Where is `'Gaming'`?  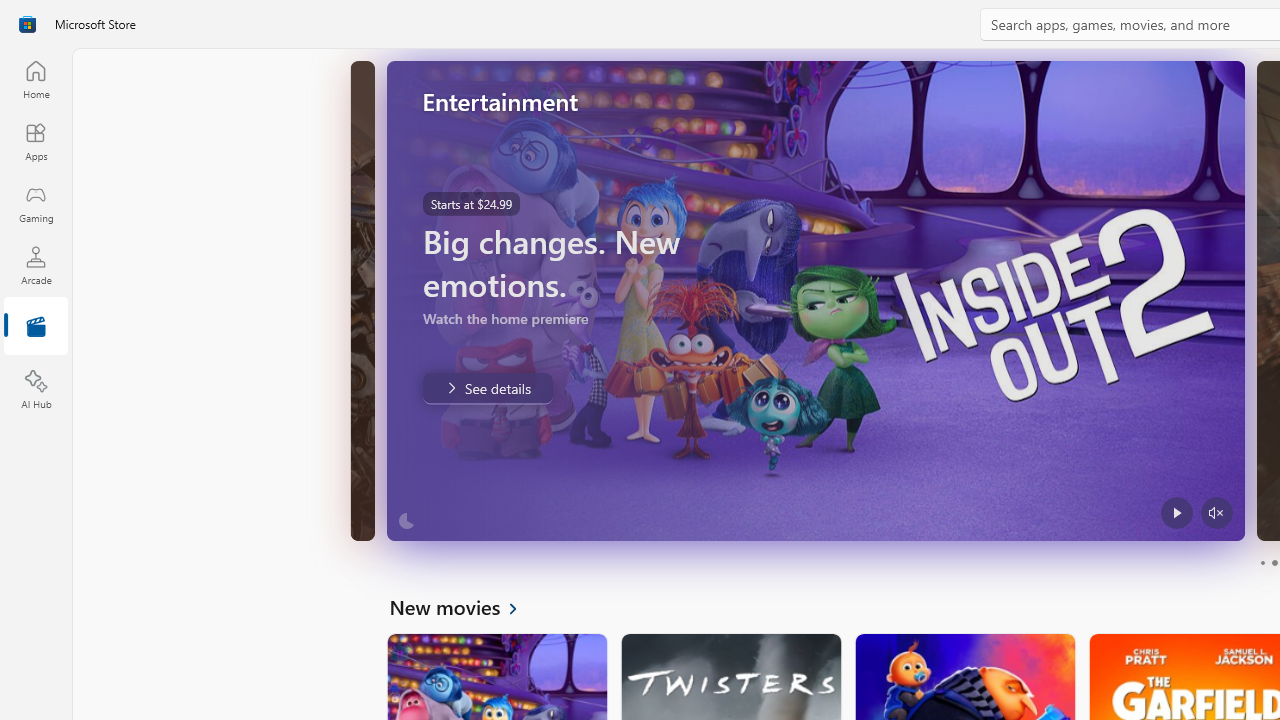 'Gaming' is located at coordinates (35, 203).